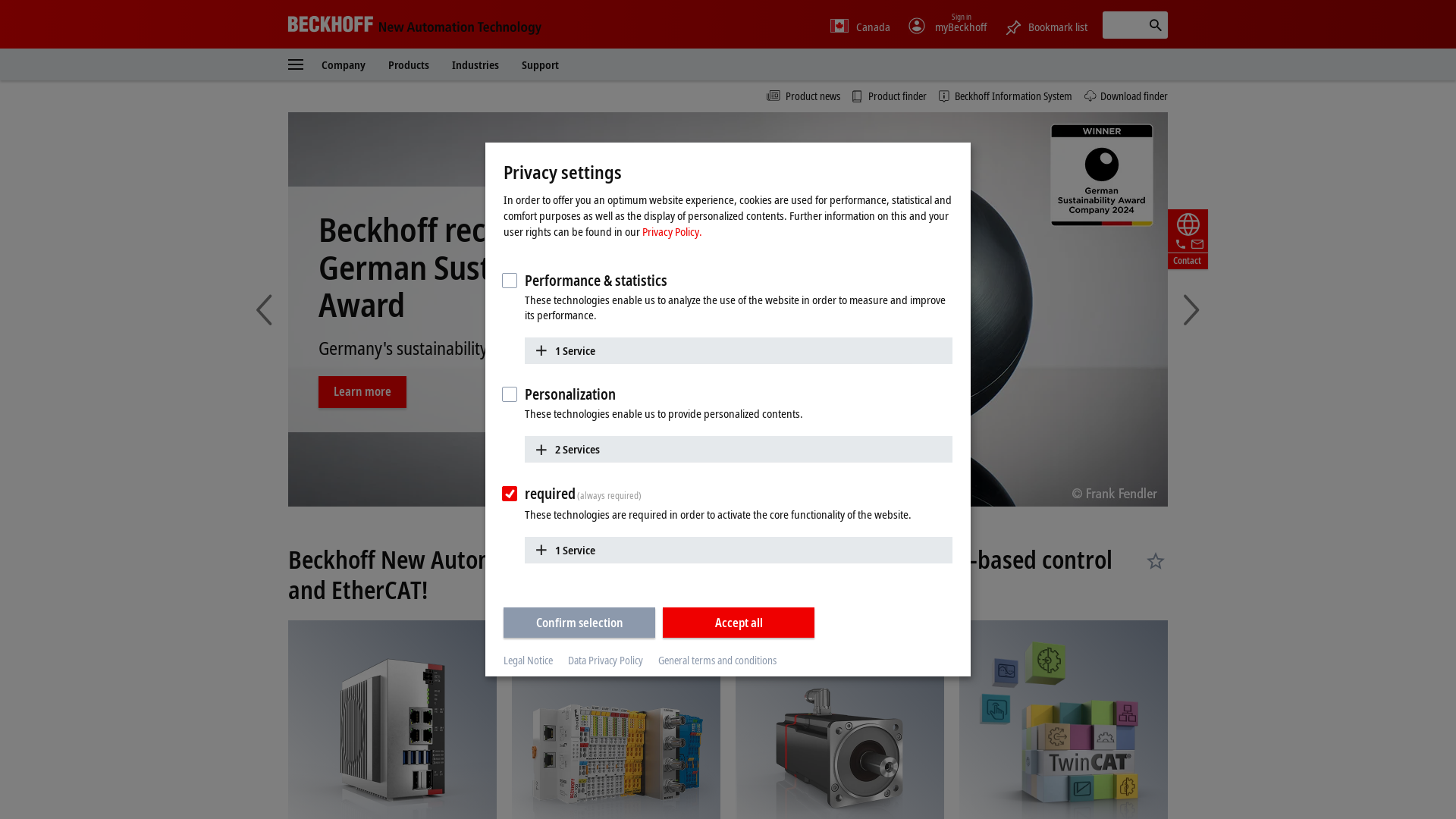 The height and width of the screenshot is (819, 1456). Describe the element at coordinates (1186, 239) in the screenshot. I see `'Contact'` at that location.